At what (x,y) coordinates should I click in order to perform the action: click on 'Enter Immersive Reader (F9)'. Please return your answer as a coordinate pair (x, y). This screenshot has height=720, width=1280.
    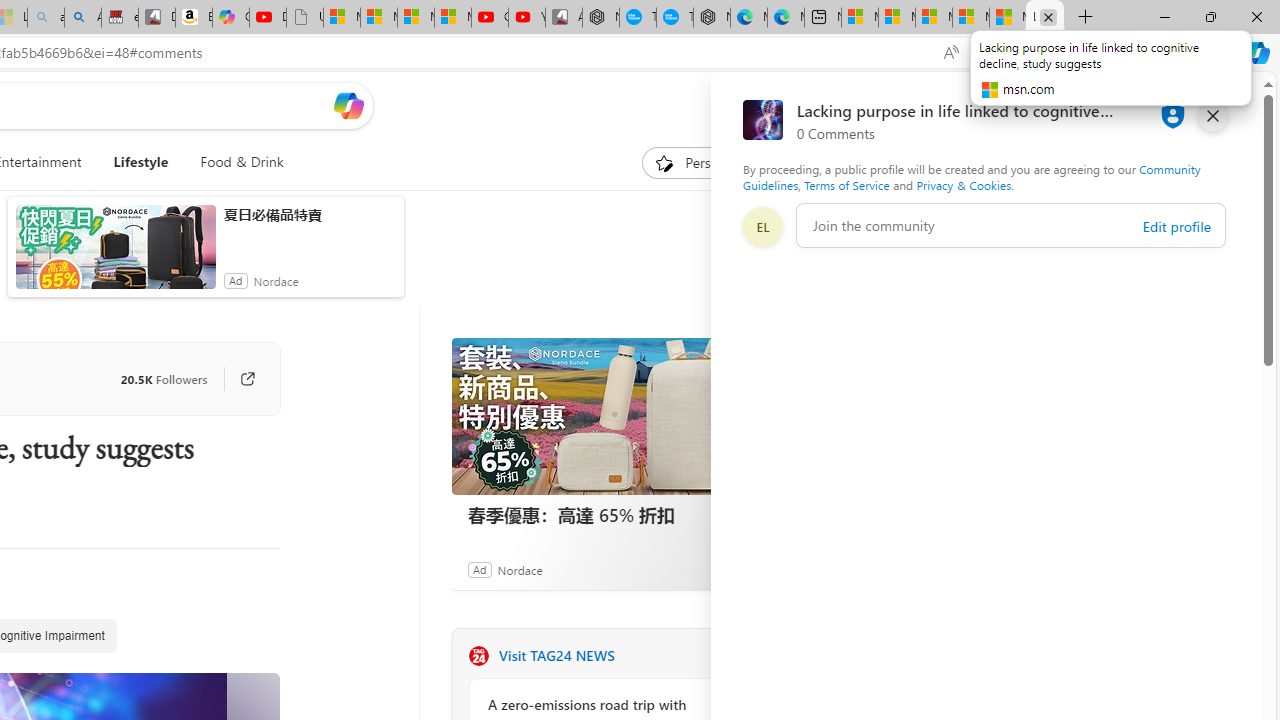
    Looking at the image, I should click on (991, 52).